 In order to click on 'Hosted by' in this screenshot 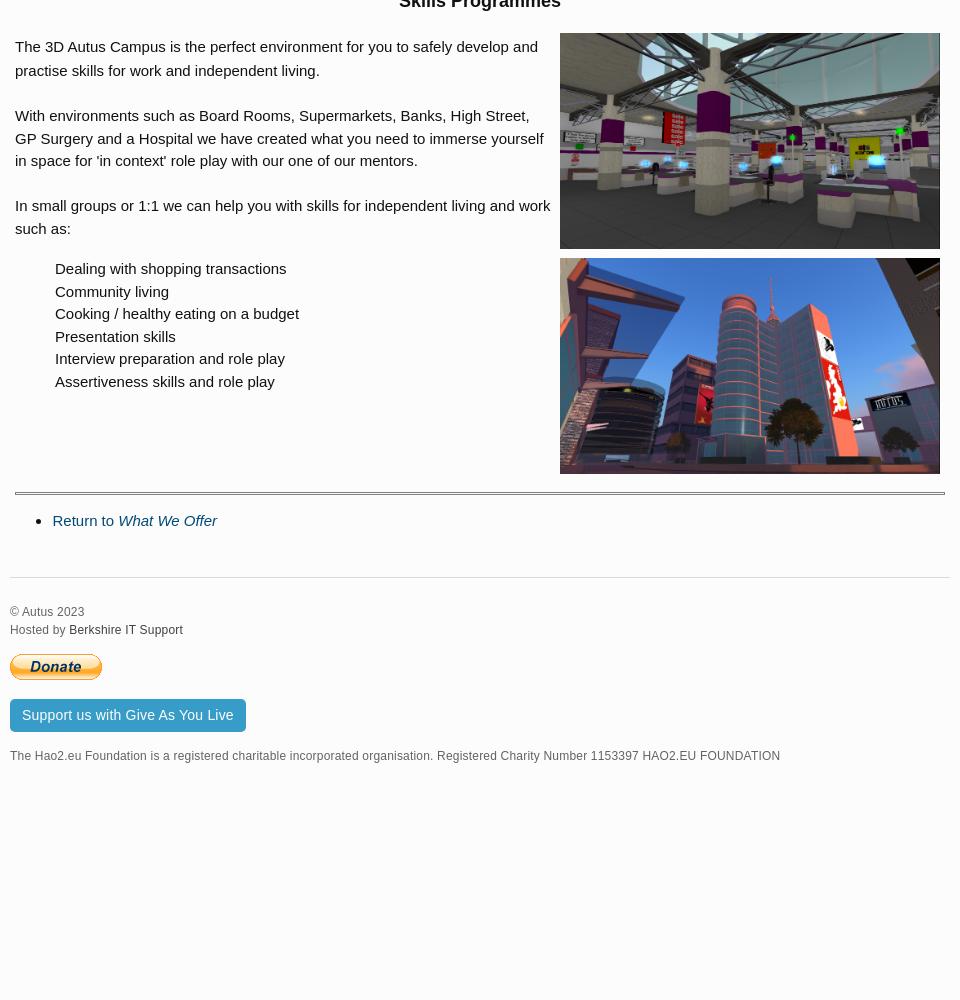, I will do `click(38, 630)`.